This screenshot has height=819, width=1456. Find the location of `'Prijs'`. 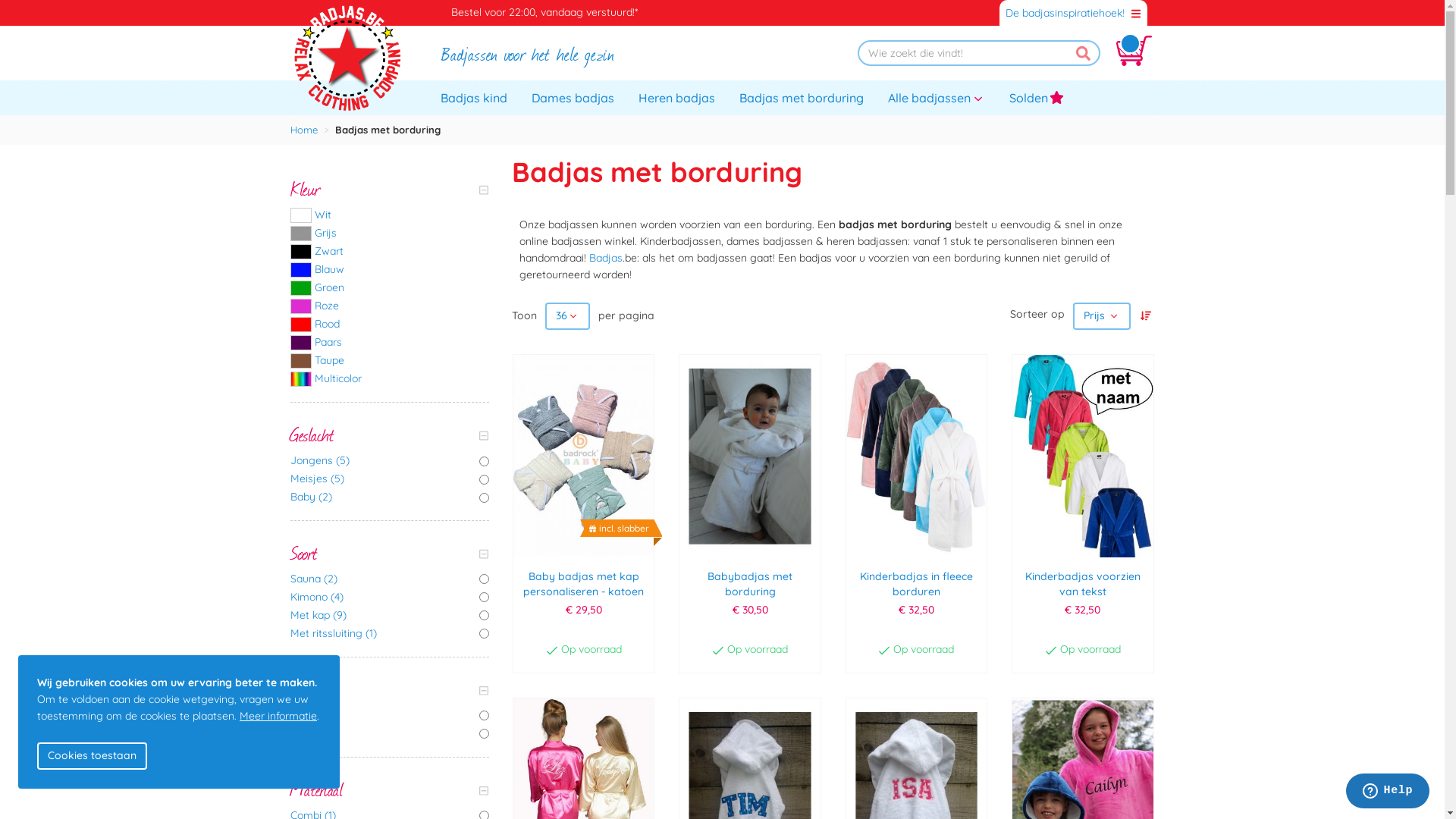

'Prijs' is located at coordinates (1100, 315).